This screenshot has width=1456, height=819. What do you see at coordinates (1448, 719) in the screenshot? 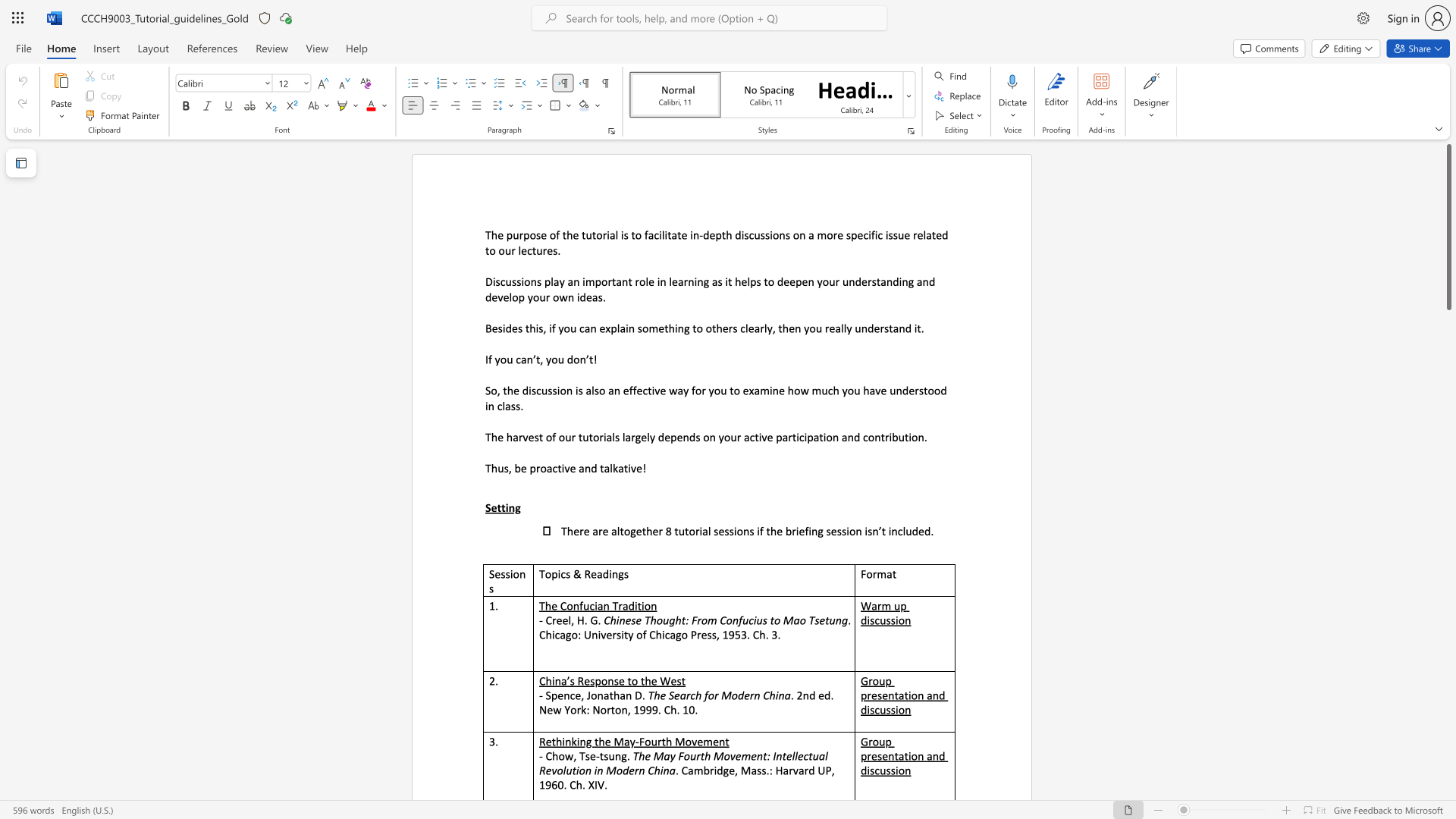
I see `the scrollbar to move the content lower` at bounding box center [1448, 719].